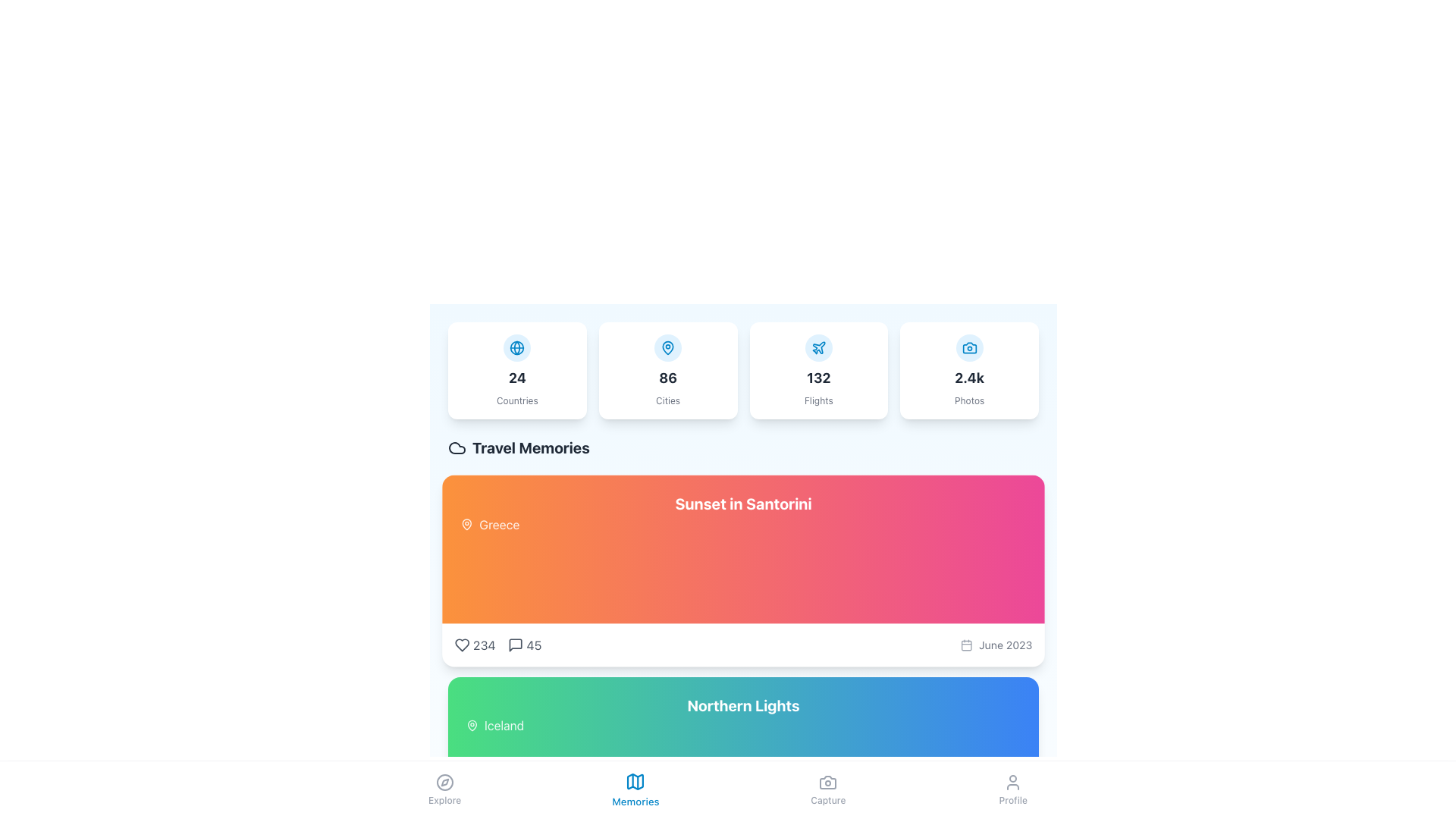 This screenshot has width=1456, height=819. I want to click on the airplane icon within the '132 Flights' card, which is styled in blue and has a sleek, geometric design, so click(818, 347).